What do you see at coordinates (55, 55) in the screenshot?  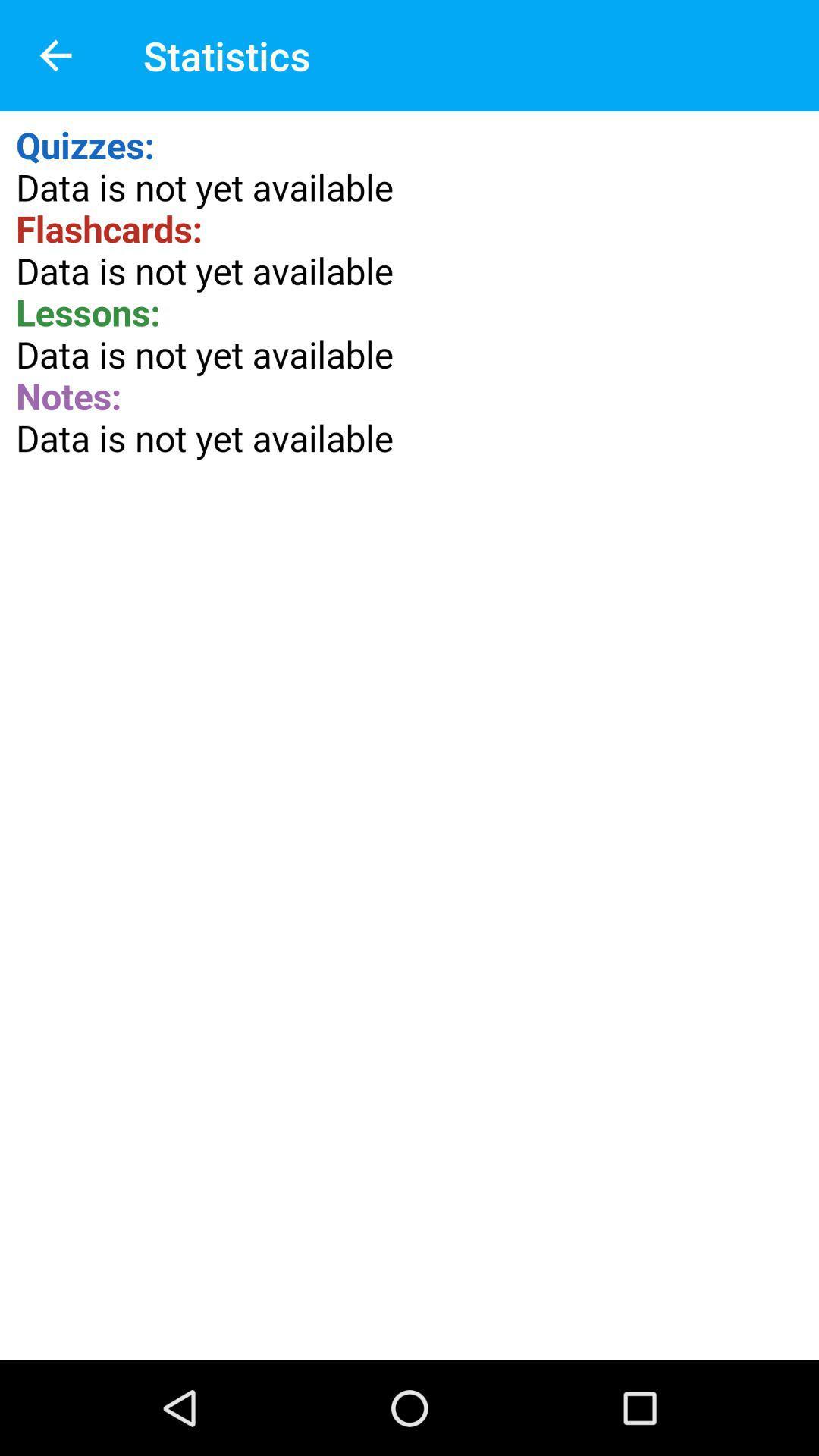 I see `the item to the left of statistics` at bounding box center [55, 55].